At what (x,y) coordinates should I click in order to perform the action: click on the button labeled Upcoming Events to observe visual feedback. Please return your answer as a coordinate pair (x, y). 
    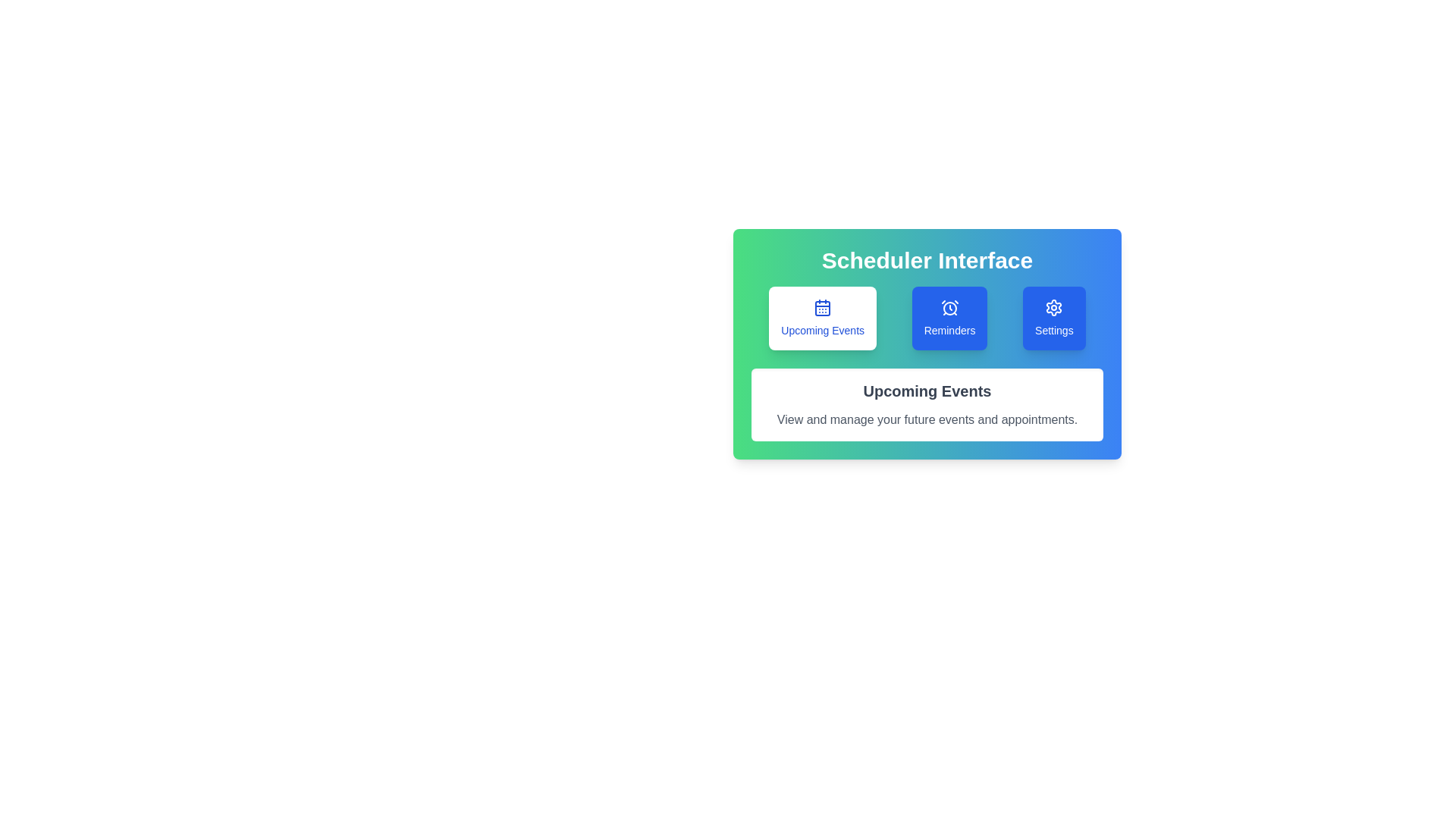
    Looking at the image, I should click on (822, 318).